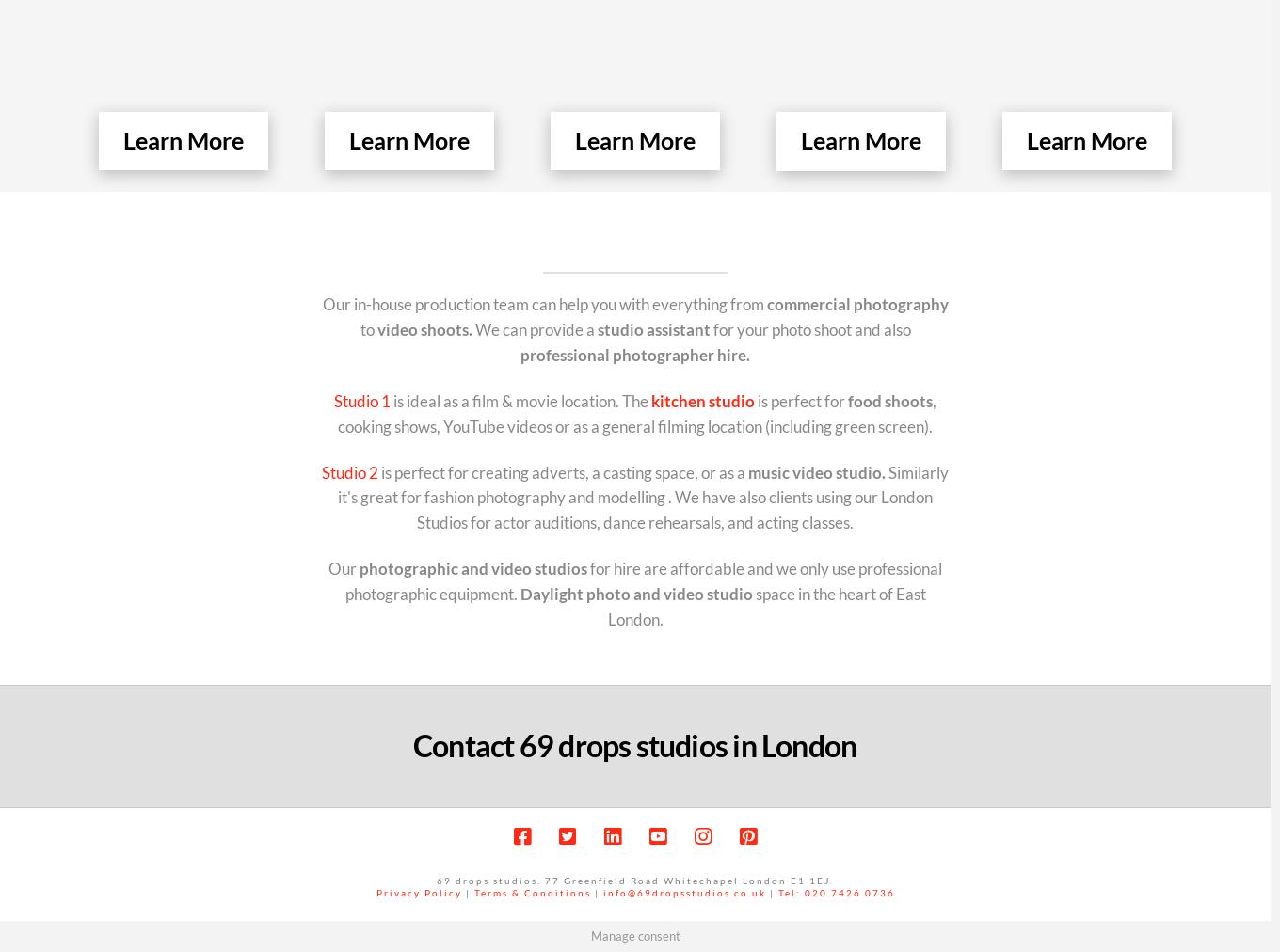 The image size is (1280, 952). I want to click on 'professional photographer hire.', so click(633, 353).